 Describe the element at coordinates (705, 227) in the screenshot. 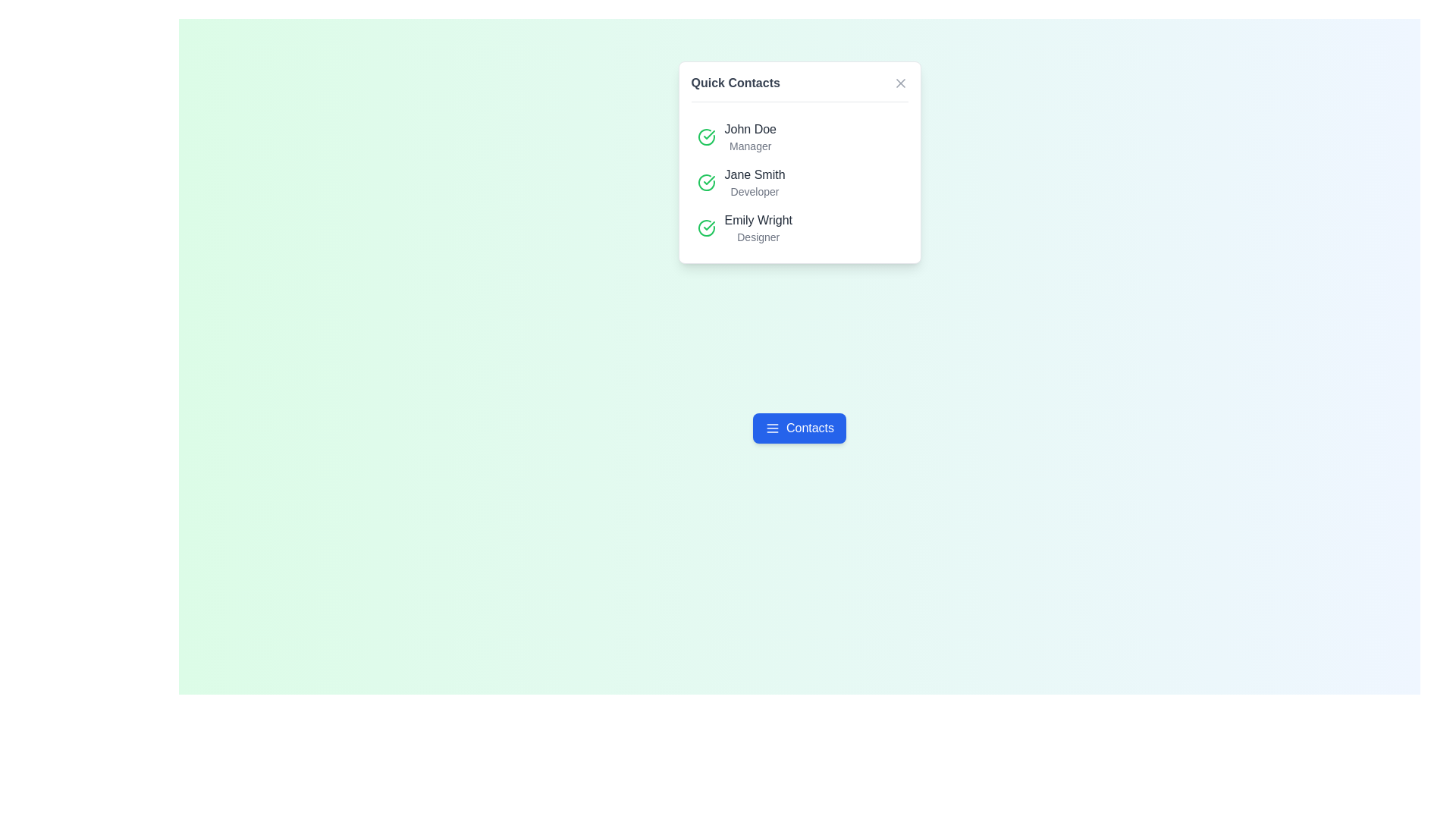

I see `the status indicated by the positive acknowledgment icon associated with 'John Doe' in the 'Quick Contacts' pop-up card` at that location.